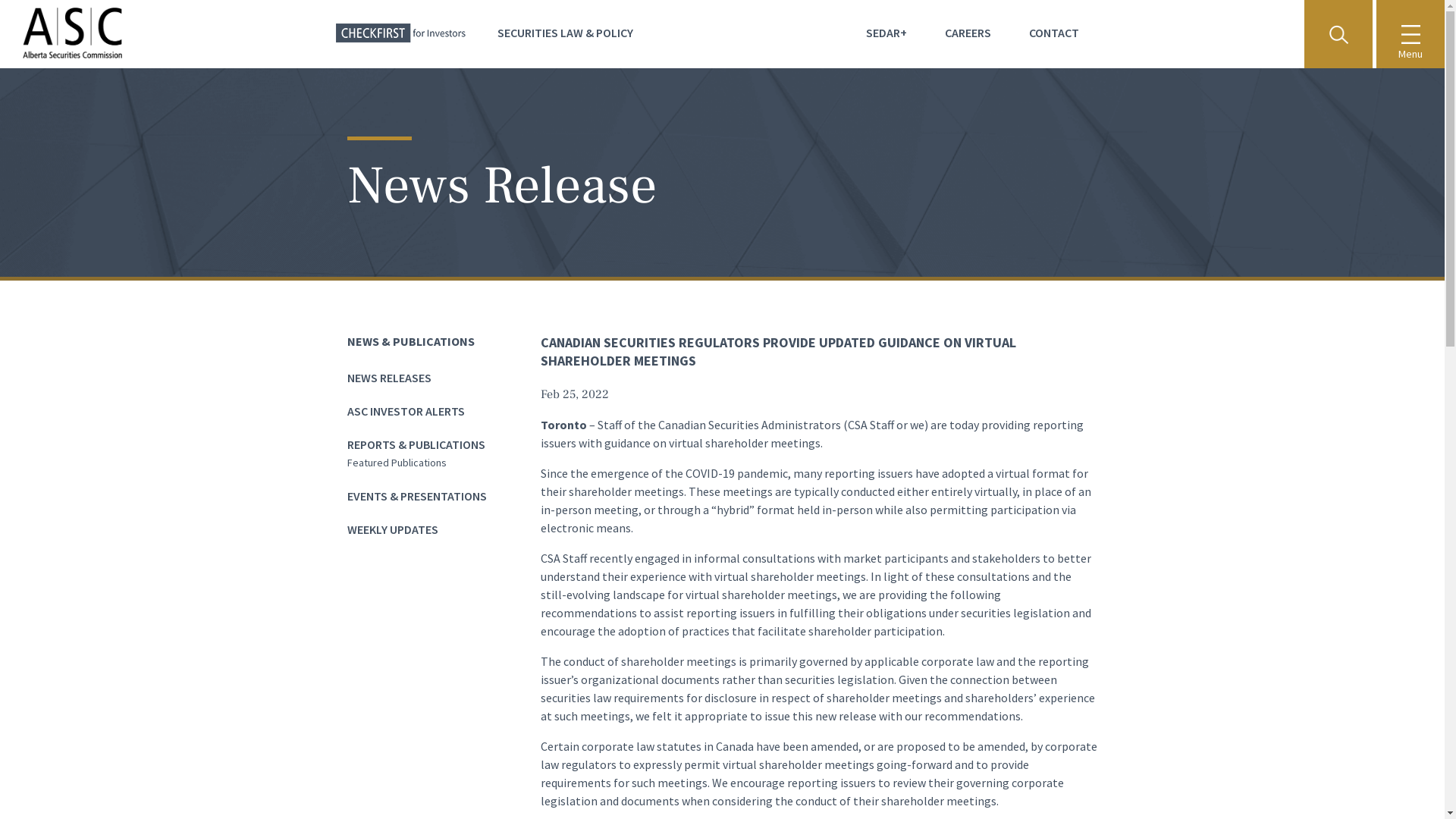 The image size is (1456, 819). I want to click on 'SECURITIES LAW & POLICY', so click(490, 32).